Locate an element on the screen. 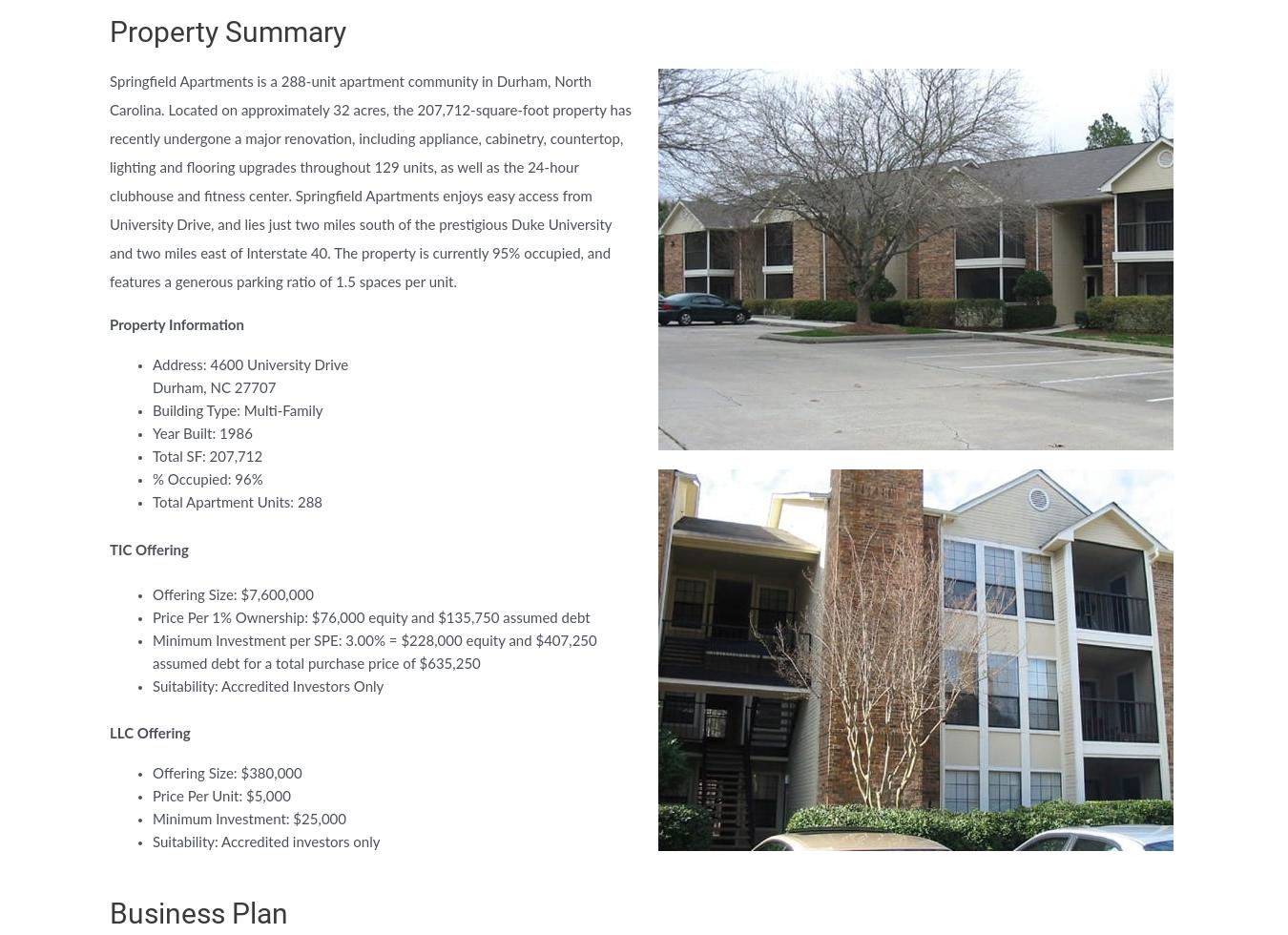  'Suitability: Accredited Investors Only' is located at coordinates (266, 686).